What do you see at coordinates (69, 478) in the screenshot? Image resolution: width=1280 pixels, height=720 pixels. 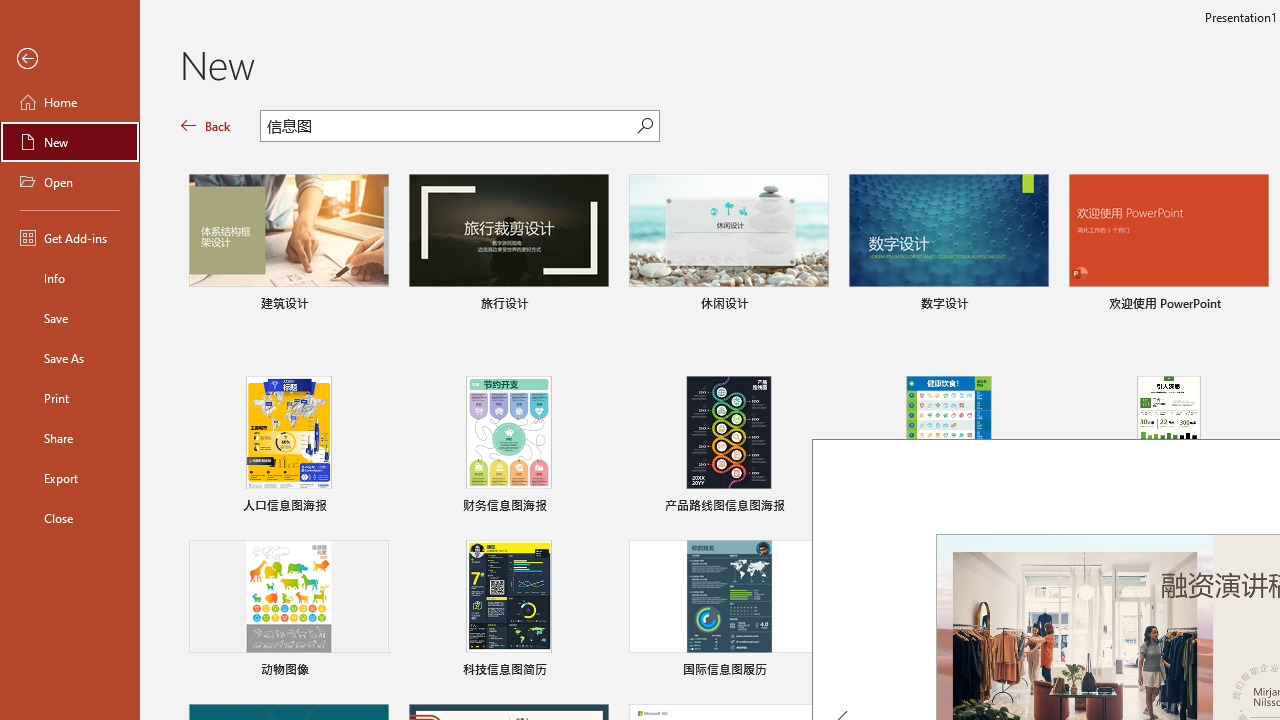 I see `'Export'` at bounding box center [69, 478].